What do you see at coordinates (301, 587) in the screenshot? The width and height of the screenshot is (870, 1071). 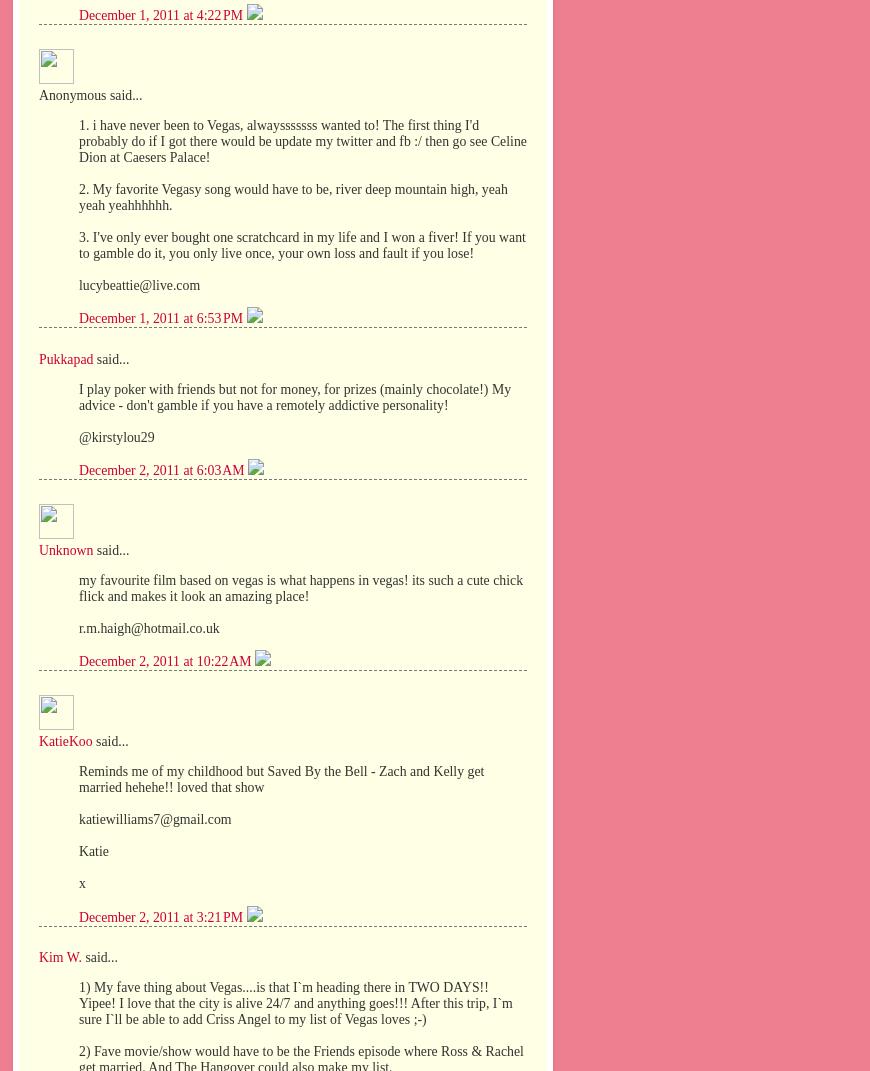 I see `'my favourite film based on vegas is what happens in vegas! its such a cute chick flick and makes it look an amazing place!'` at bounding box center [301, 587].